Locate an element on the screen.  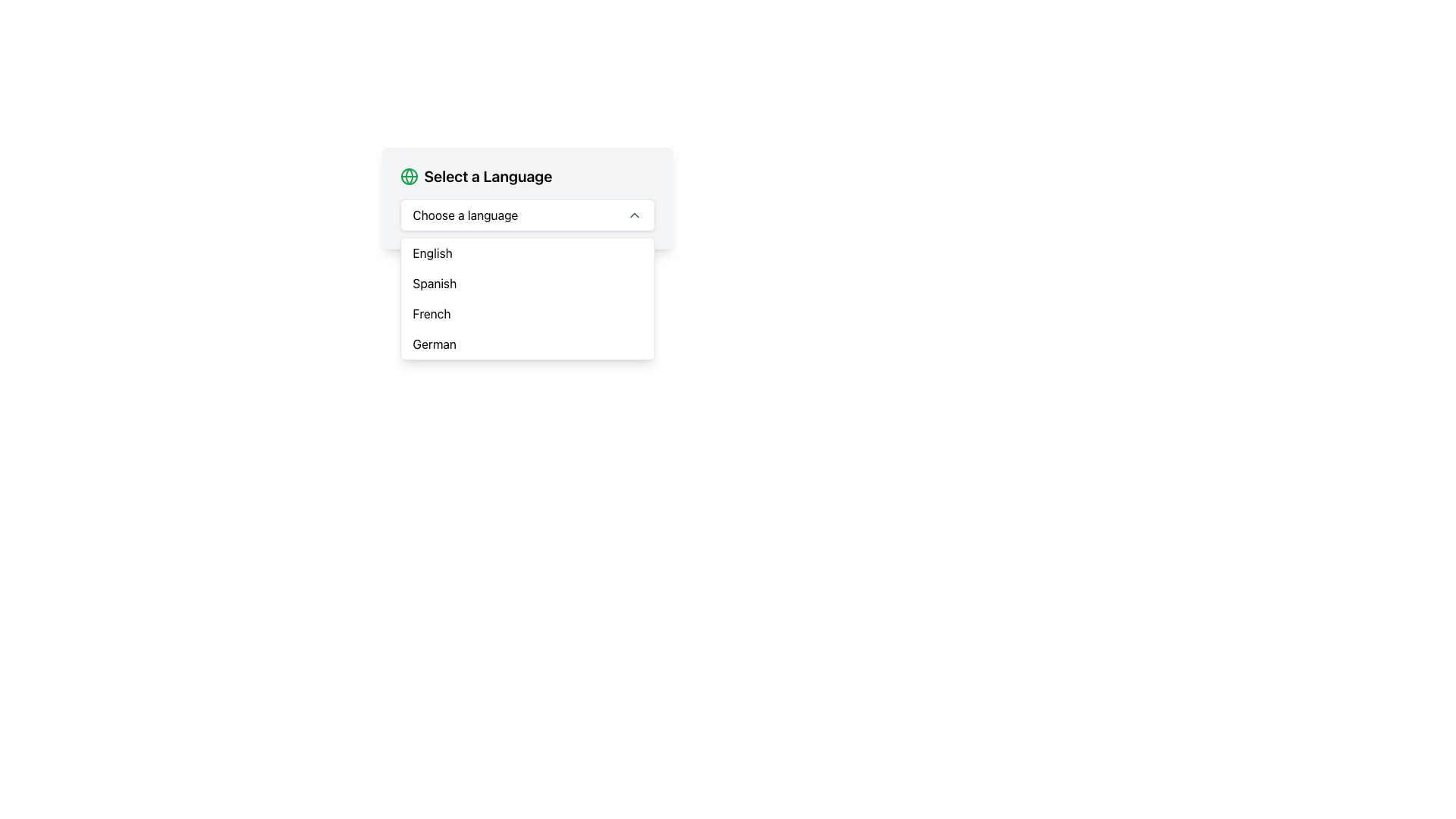
the 'French' language option in the dropdown menu is located at coordinates (431, 312).